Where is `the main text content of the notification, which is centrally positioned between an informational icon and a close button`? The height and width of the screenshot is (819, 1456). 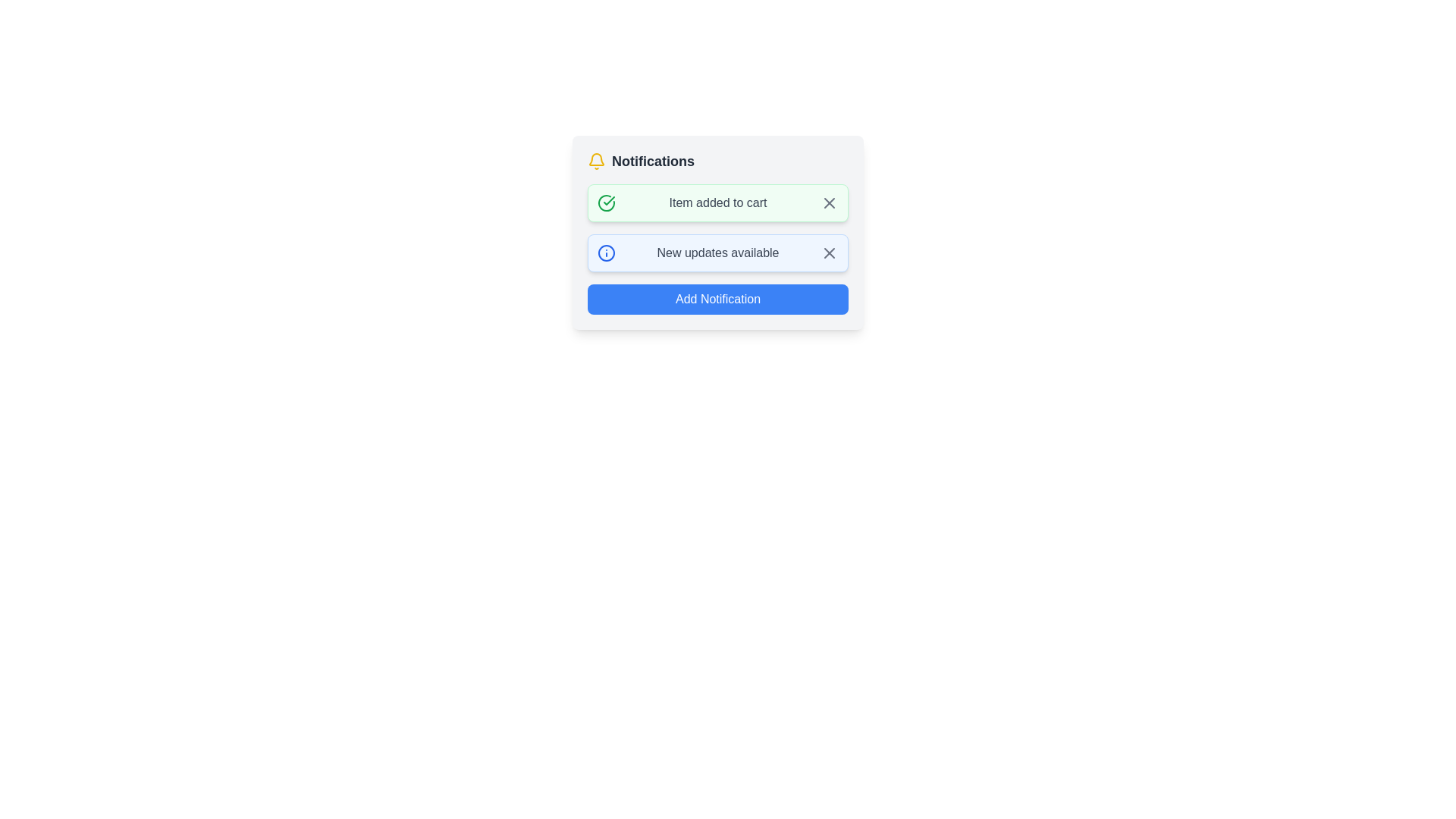 the main text content of the notification, which is centrally positioned between an informational icon and a close button is located at coordinates (717, 253).